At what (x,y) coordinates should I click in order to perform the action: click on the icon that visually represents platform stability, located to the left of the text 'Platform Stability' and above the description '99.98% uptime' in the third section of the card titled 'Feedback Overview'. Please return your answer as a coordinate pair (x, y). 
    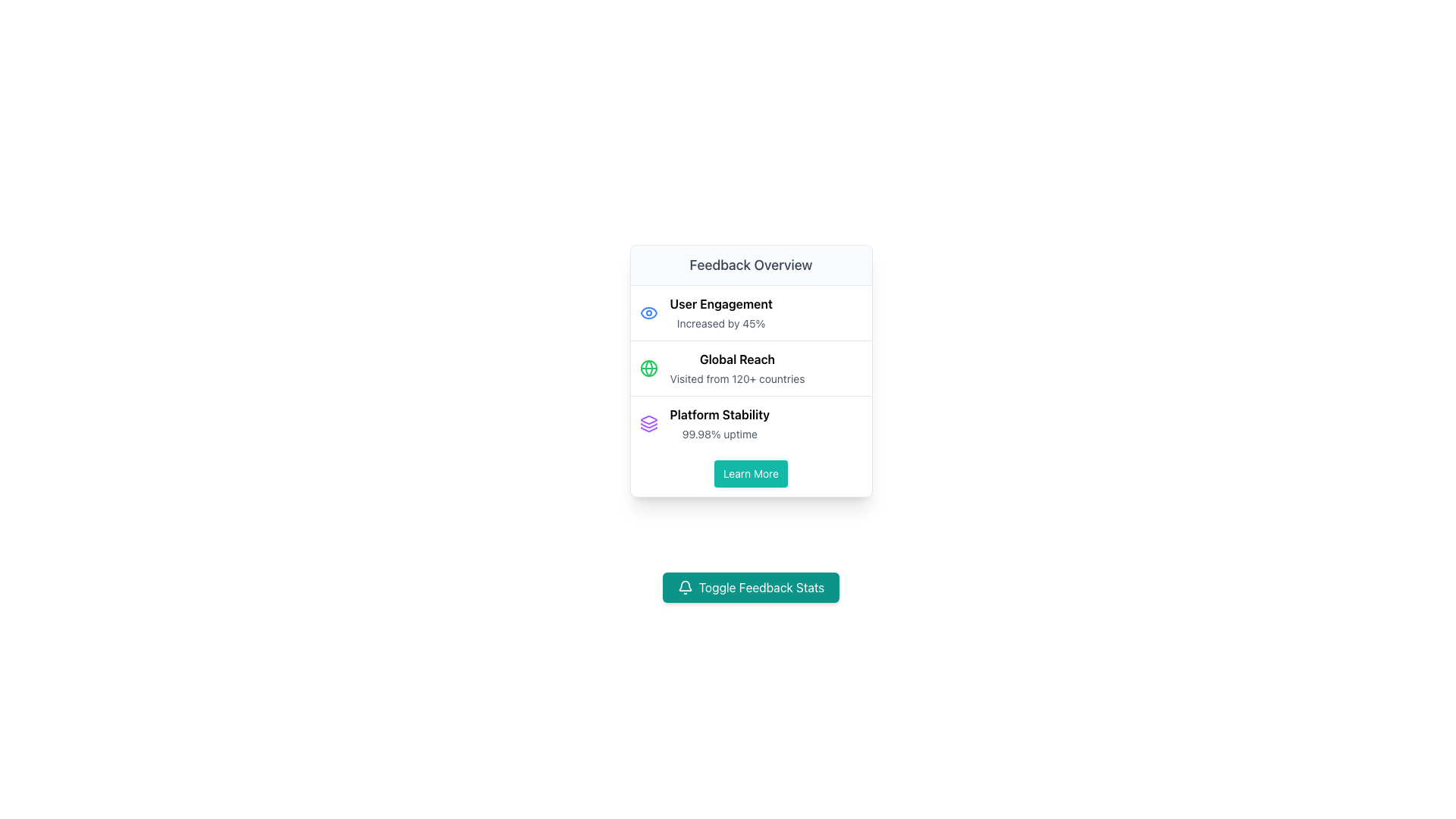
    Looking at the image, I should click on (648, 424).